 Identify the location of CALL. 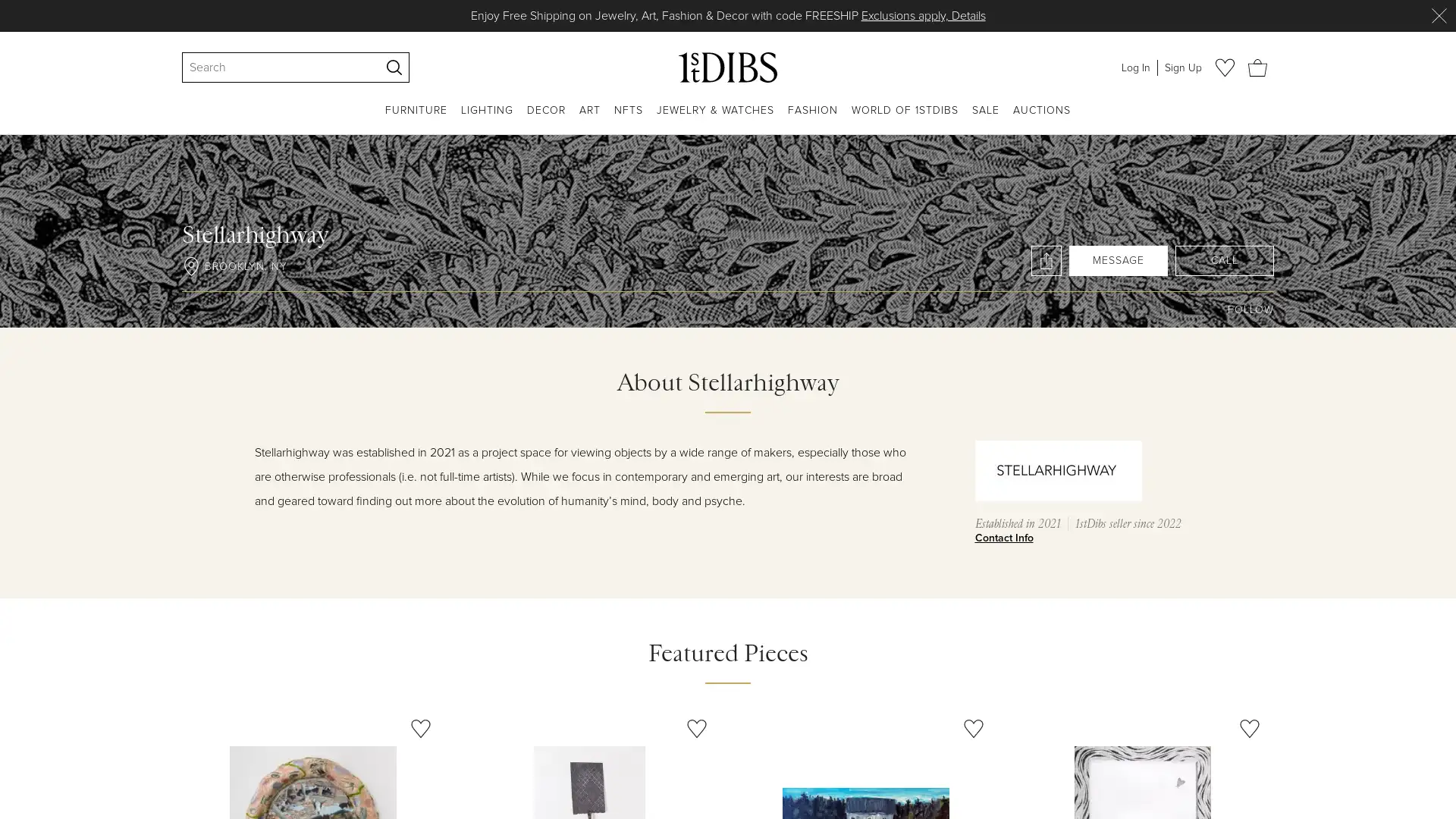
(1224, 259).